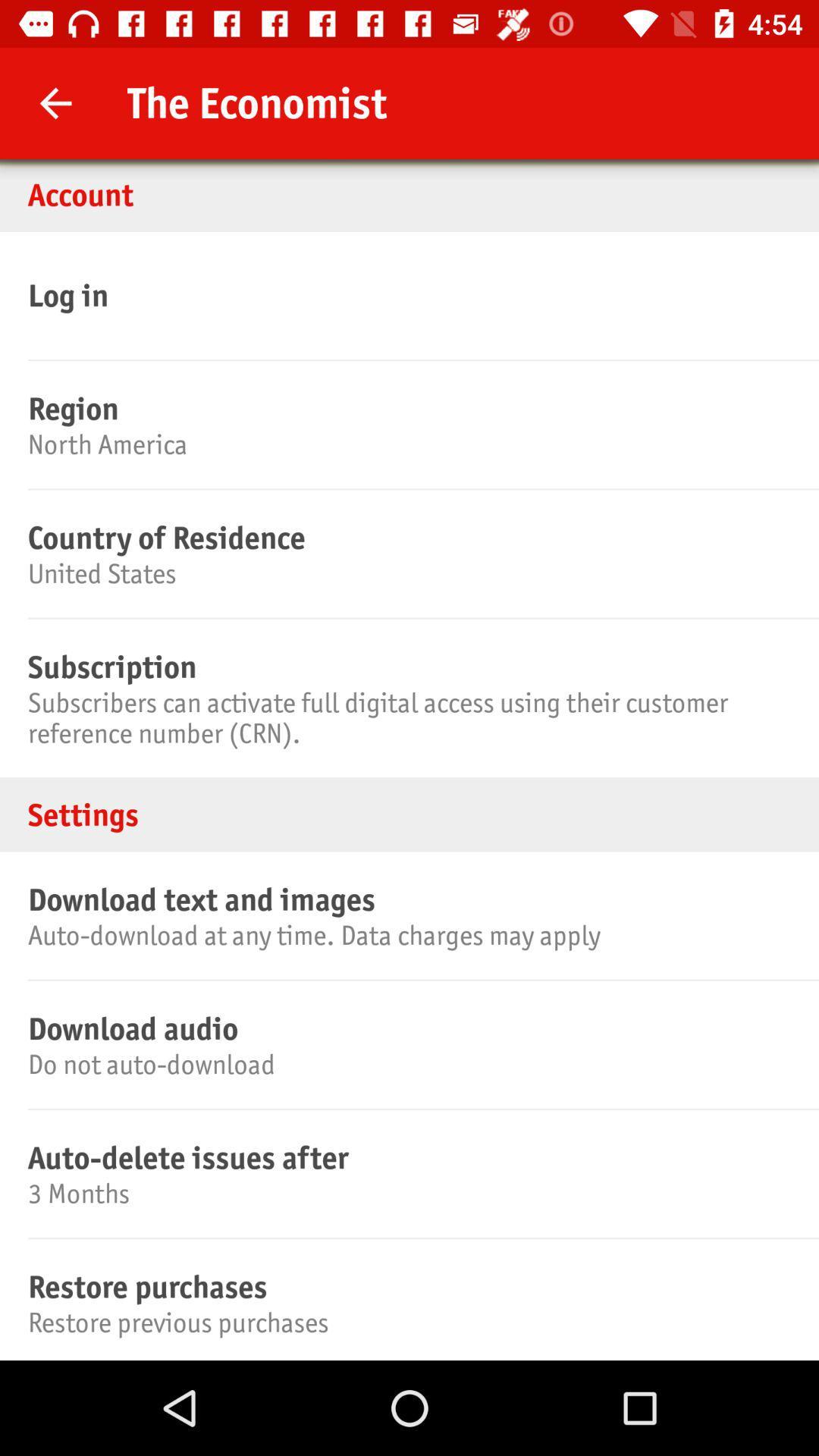 This screenshot has height=1456, width=819. I want to click on the account, so click(409, 193).